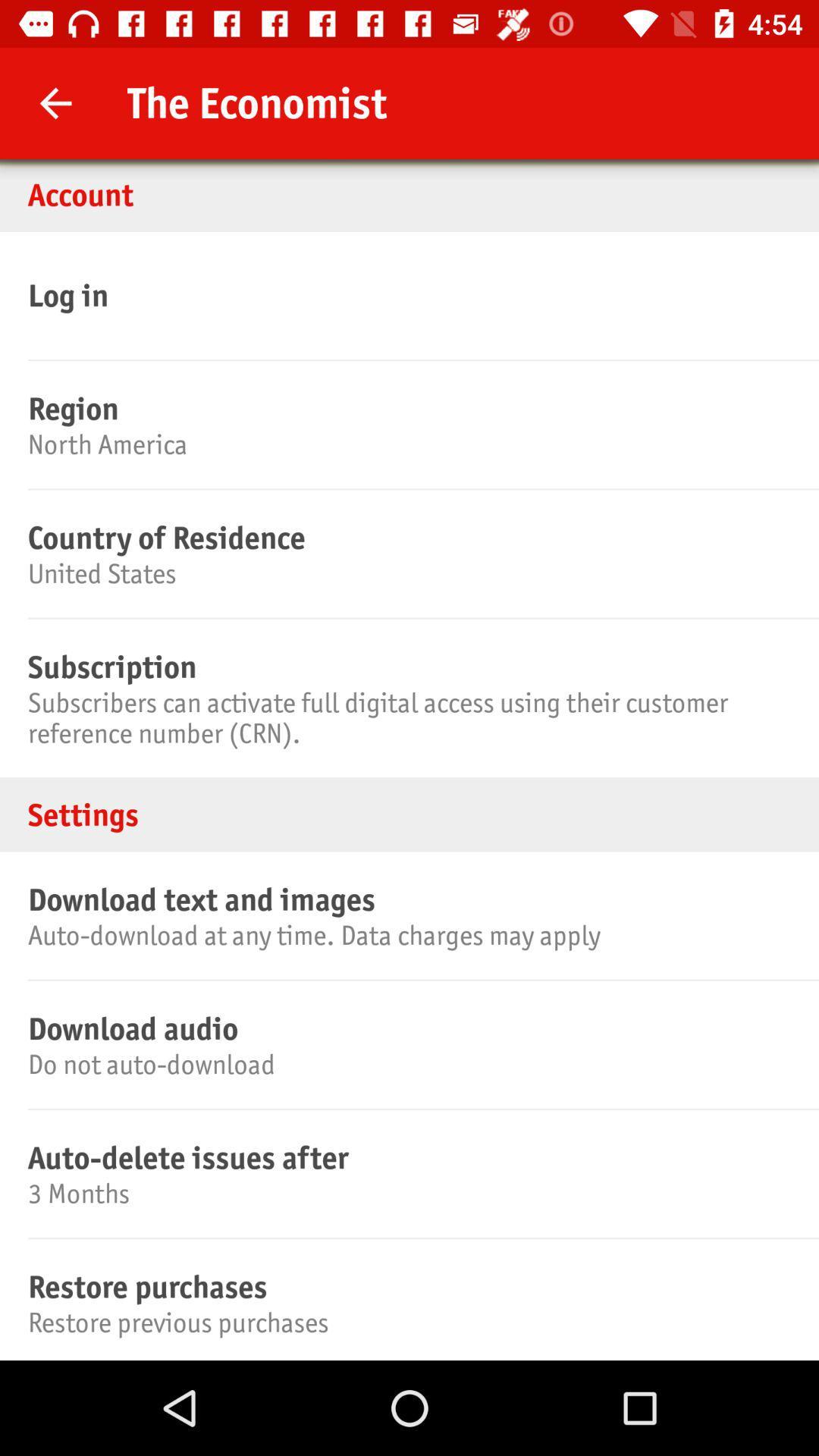 This screenshot has height=1456, width=819. I want to click on the account, so click(409, 193).